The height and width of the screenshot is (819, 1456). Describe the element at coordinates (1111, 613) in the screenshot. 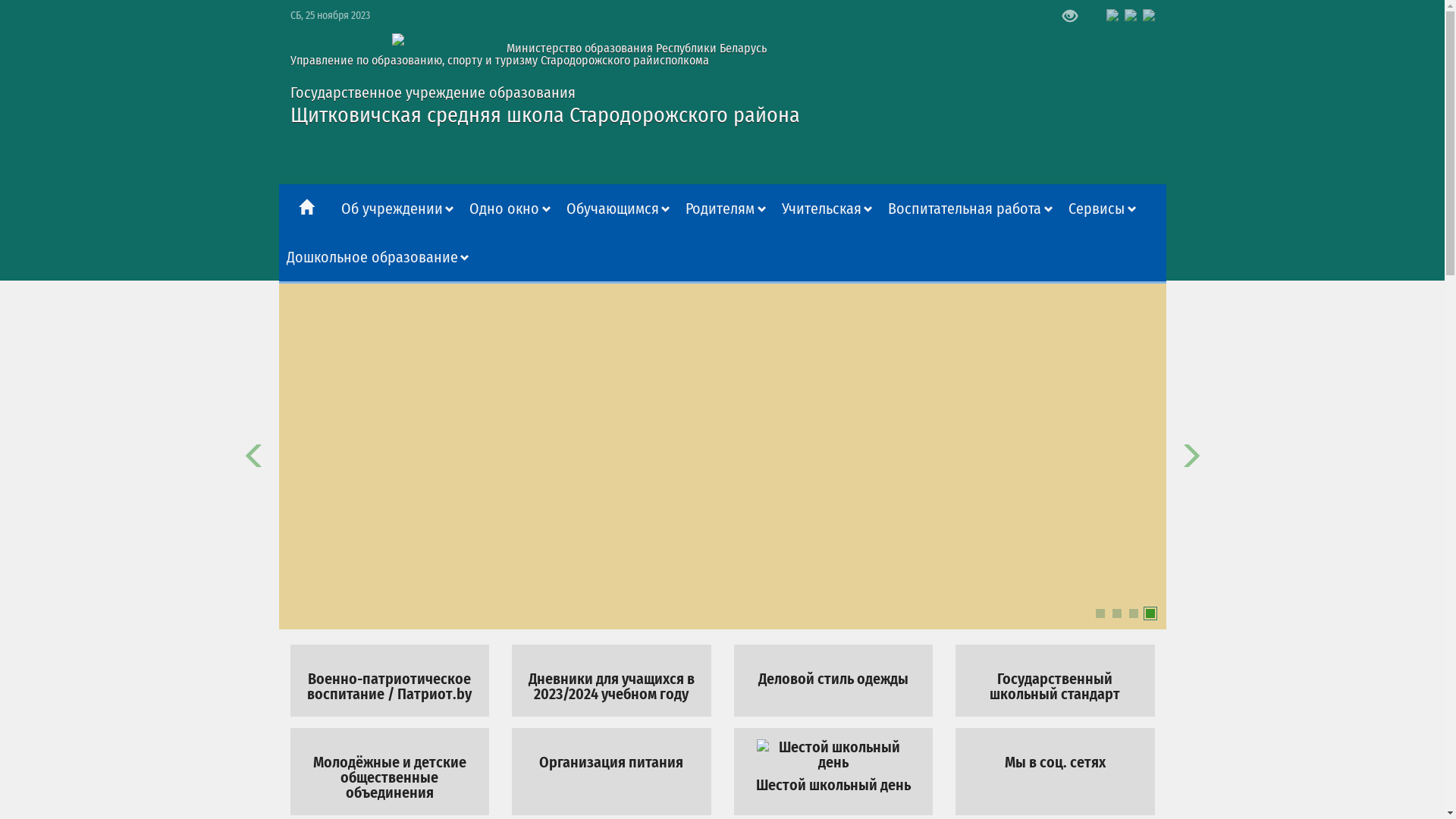

I see `'2'` at that location.